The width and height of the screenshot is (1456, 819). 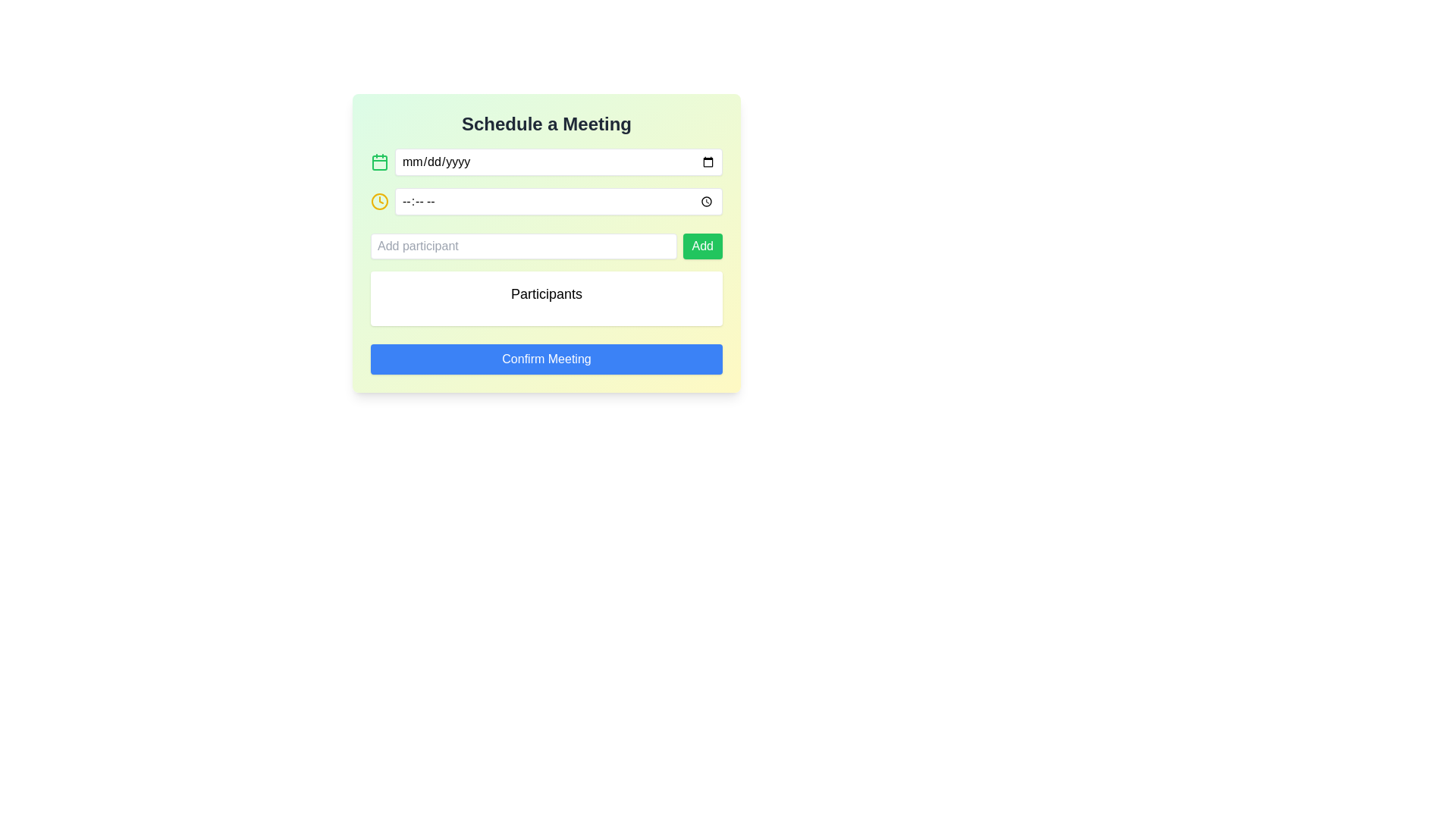 I want to click on the SVG rectangle component that forms the main body of the calendar icon, located to the left of the date input field at the top of the scheduling interface, so click(x=379, y=163).